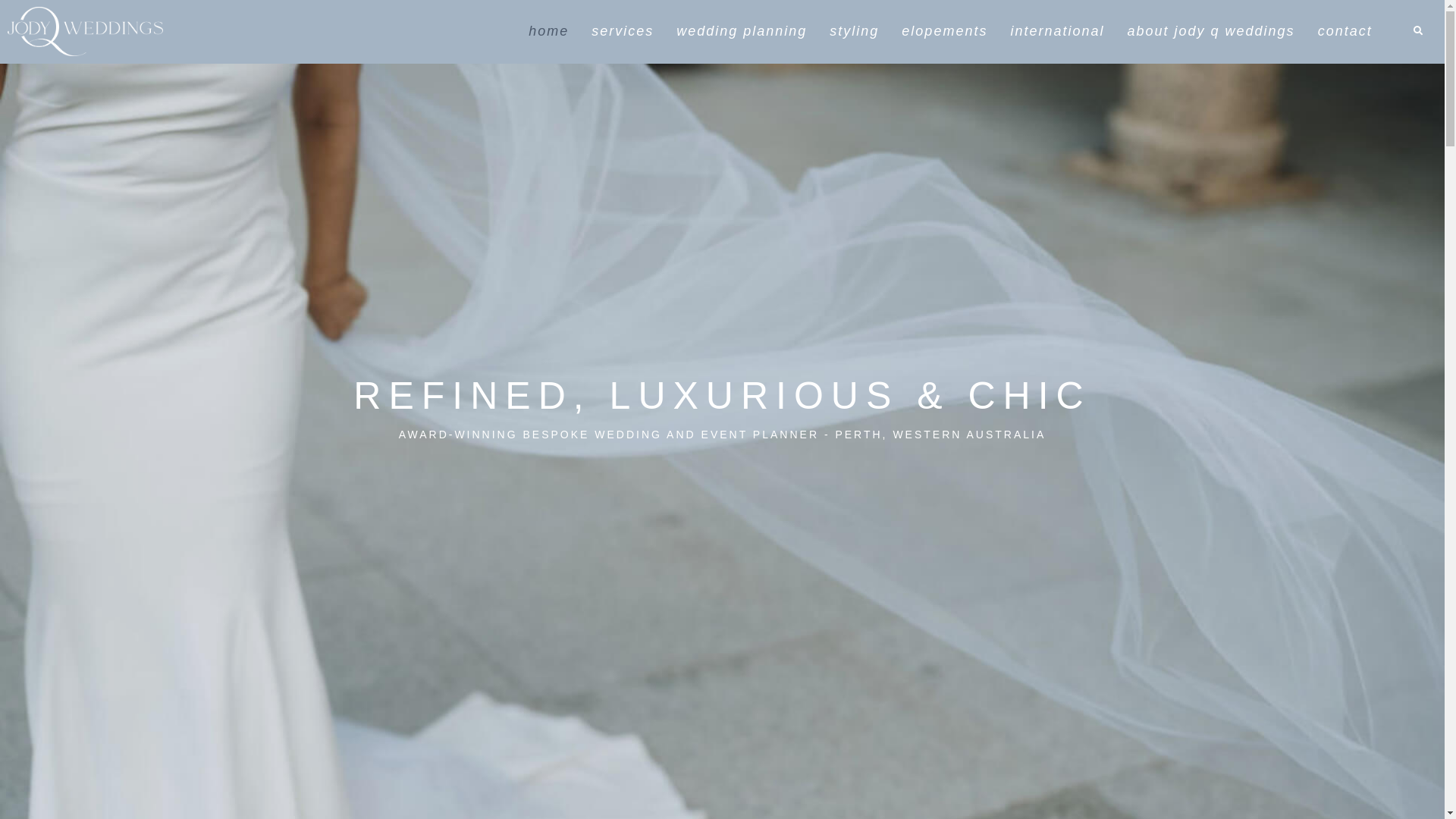 The height and width of the screenshot is (819, 1456). What do you see at coordinates (1345, 31) in the screenshot?
I see `'contact'` at bounding box center [1345, 31].